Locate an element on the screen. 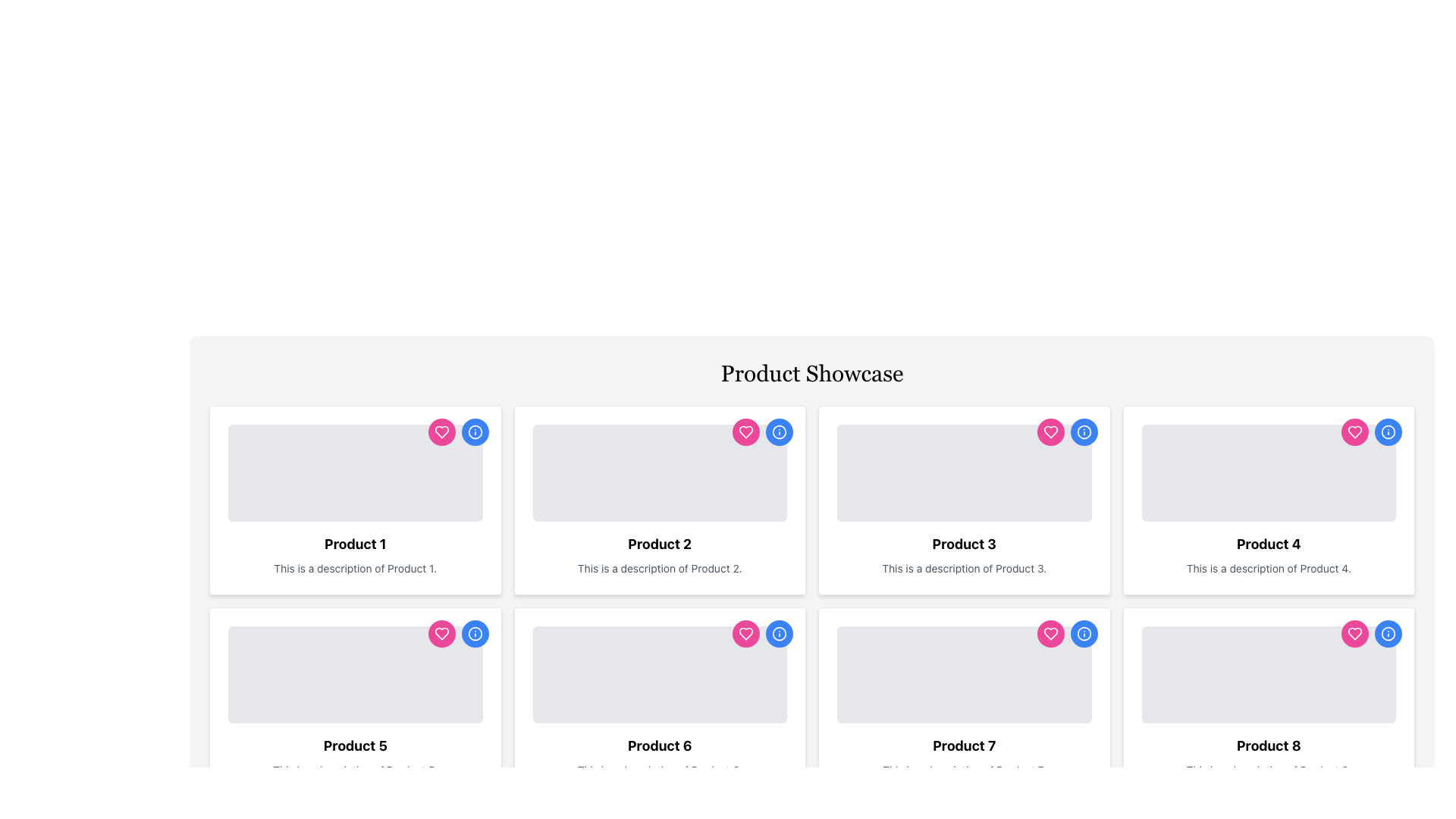 The width and height of the screenshot is (1456, 819). the circular information icon with a blue background and white 'i' symbol, located in the top-right corner of the 'Product 8' card is located at coordinates (1388, 634).